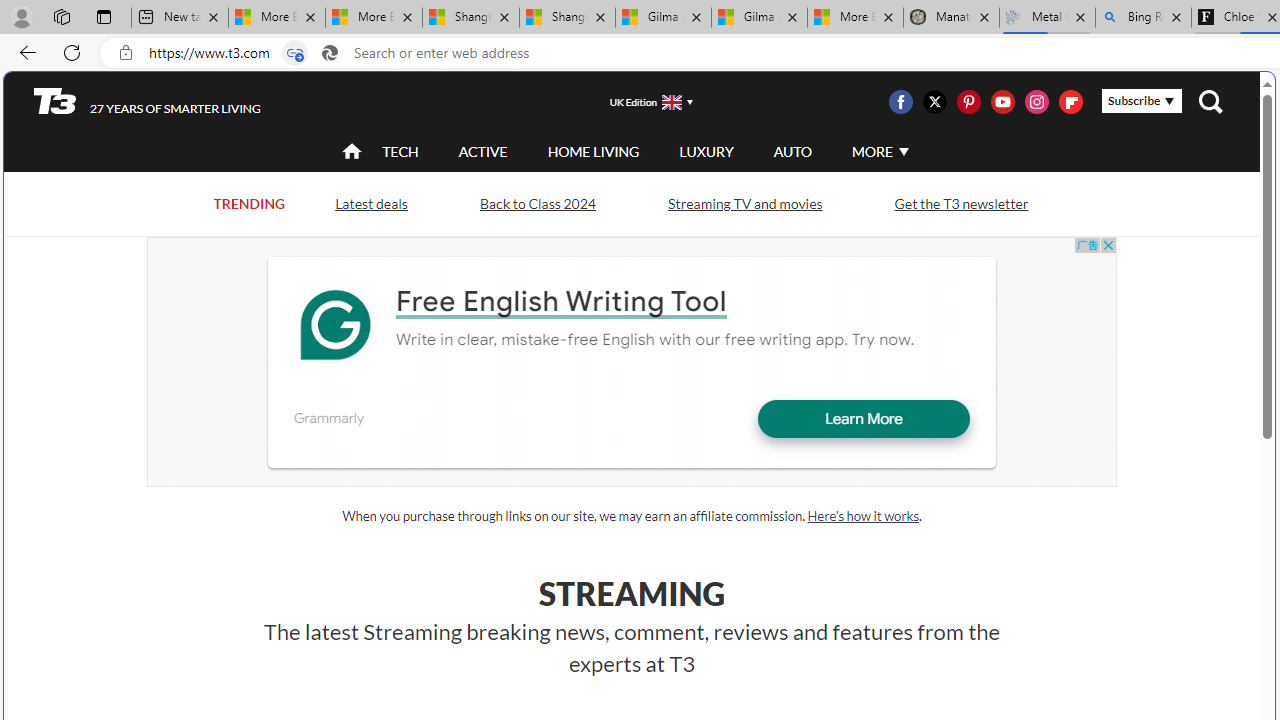 The width and height of the screenshot is (1280, 720). What do you see at coordinates (1002, 101) in the screenshot?
I see `'Visit us on Youtube'` at bounding box center [1002, 101].